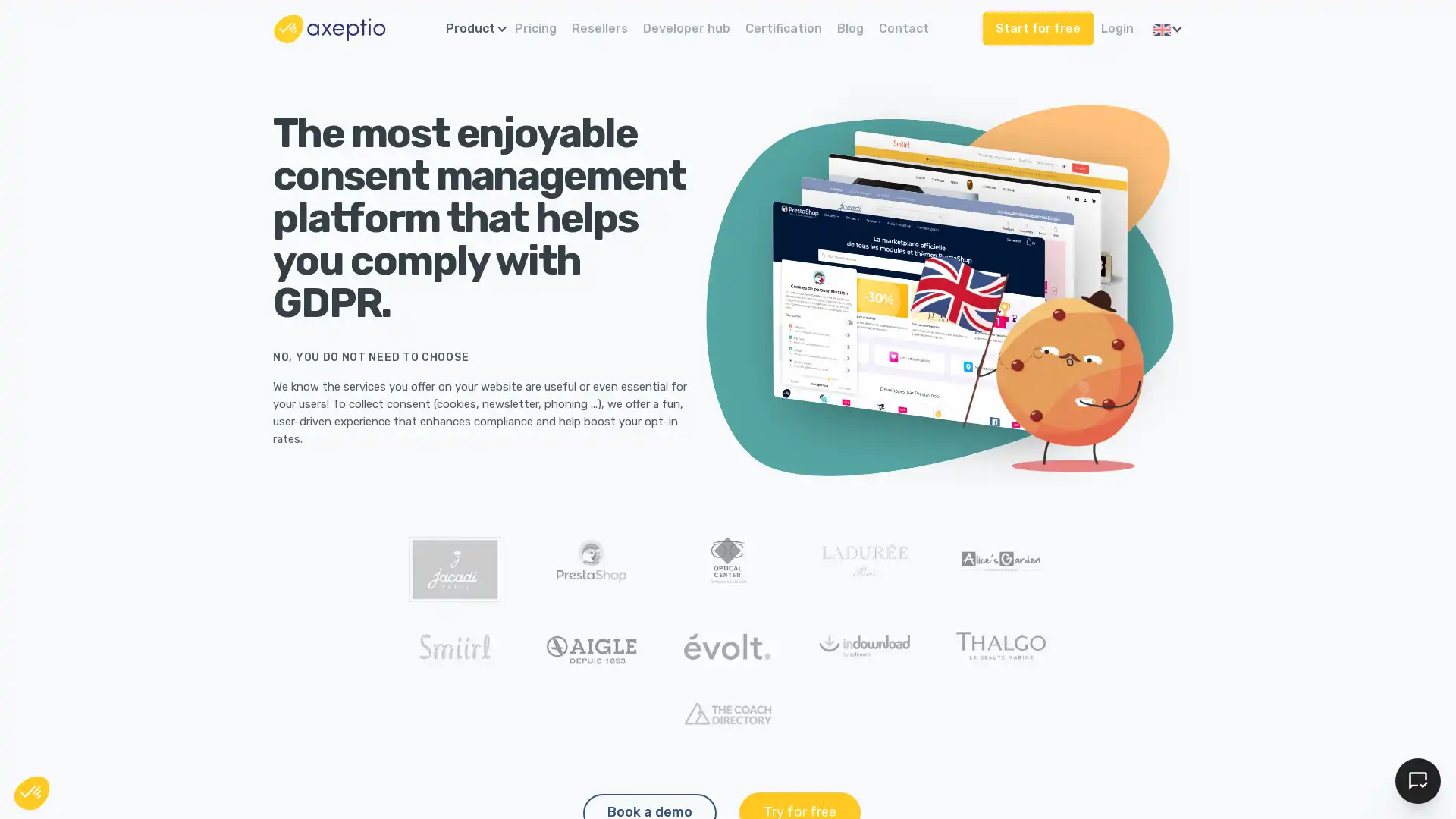 Image resolution: width=1456 pixels, height=819 pixels. Describe the element at coordinates (174, 735) in the screenshot. I see `I want to choose` at that location.